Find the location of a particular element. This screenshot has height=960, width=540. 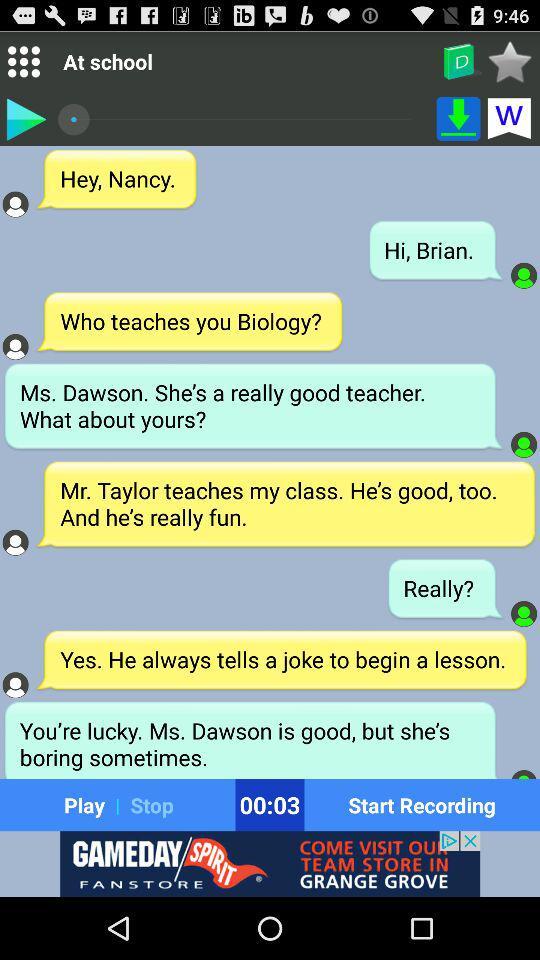

the dialpad icon is located at coordinates (22, 66).